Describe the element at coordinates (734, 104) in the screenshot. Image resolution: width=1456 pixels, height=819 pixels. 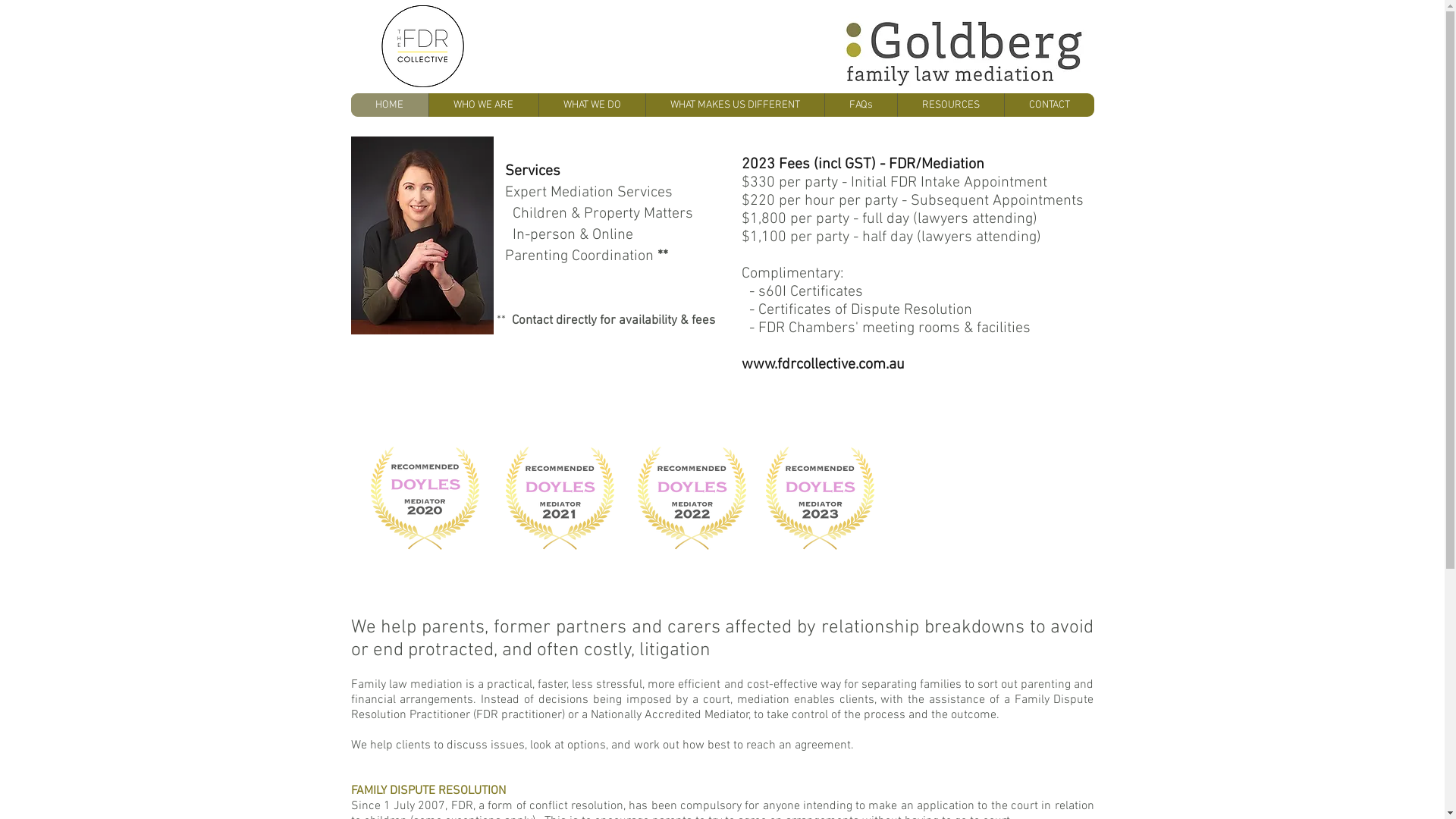
I see `'WHAT MAKES US DIFFERENT'` at that location.